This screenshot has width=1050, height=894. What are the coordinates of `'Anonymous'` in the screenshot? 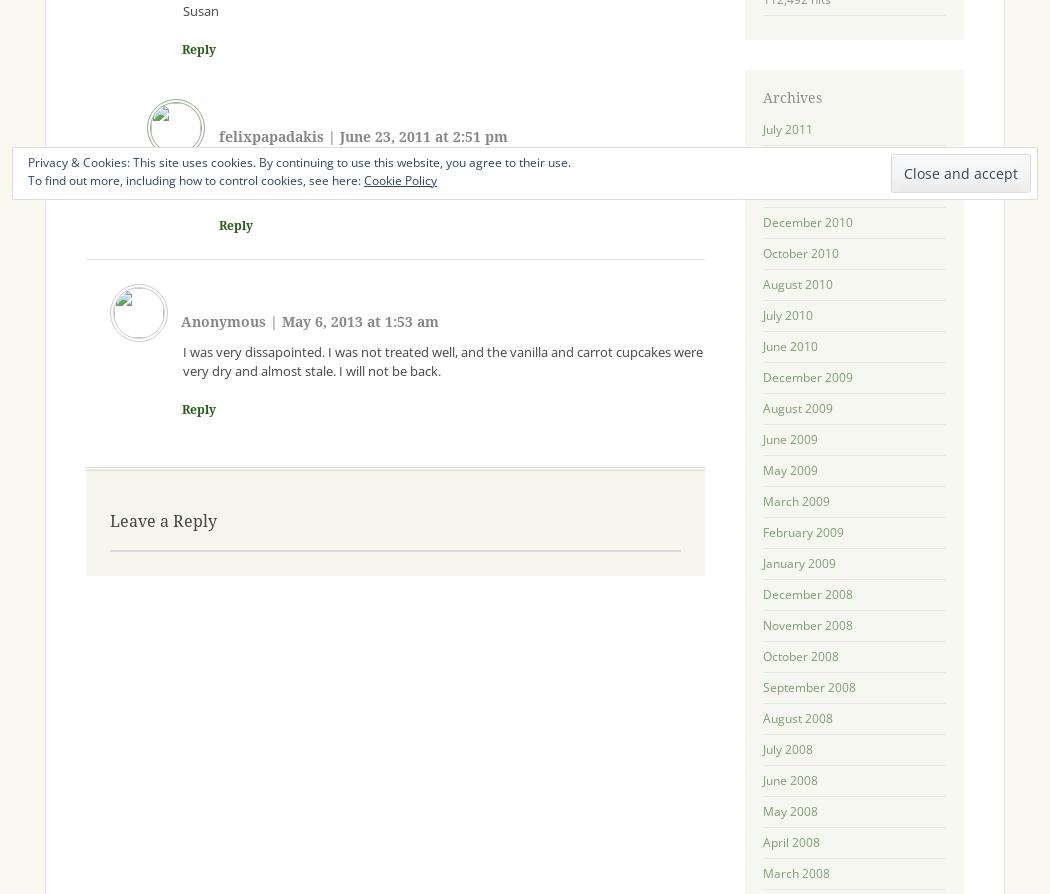 It's located at (181, 320).